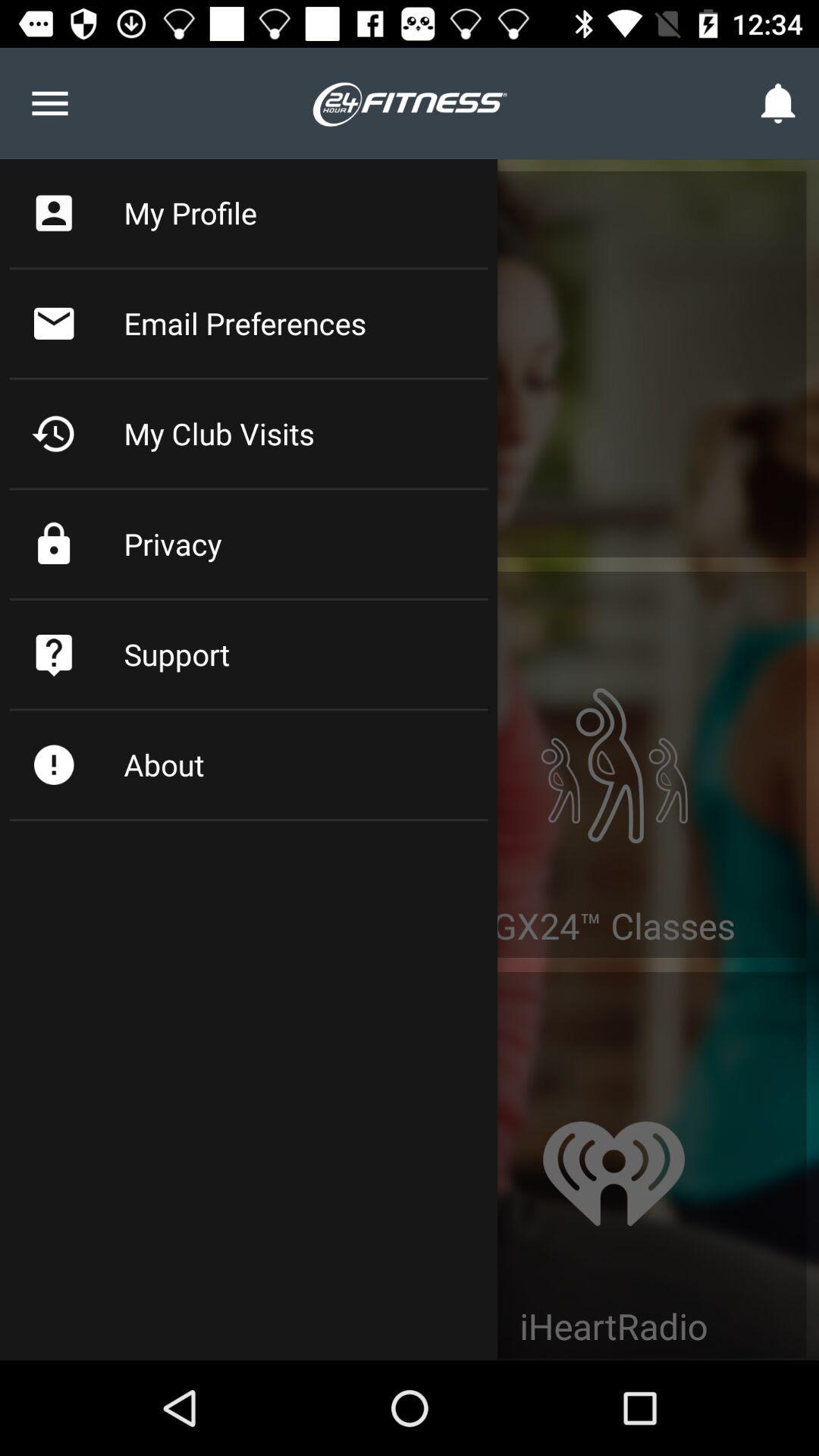  I want to click on the message icon which is just beside the email preferences, so click(53, 322).